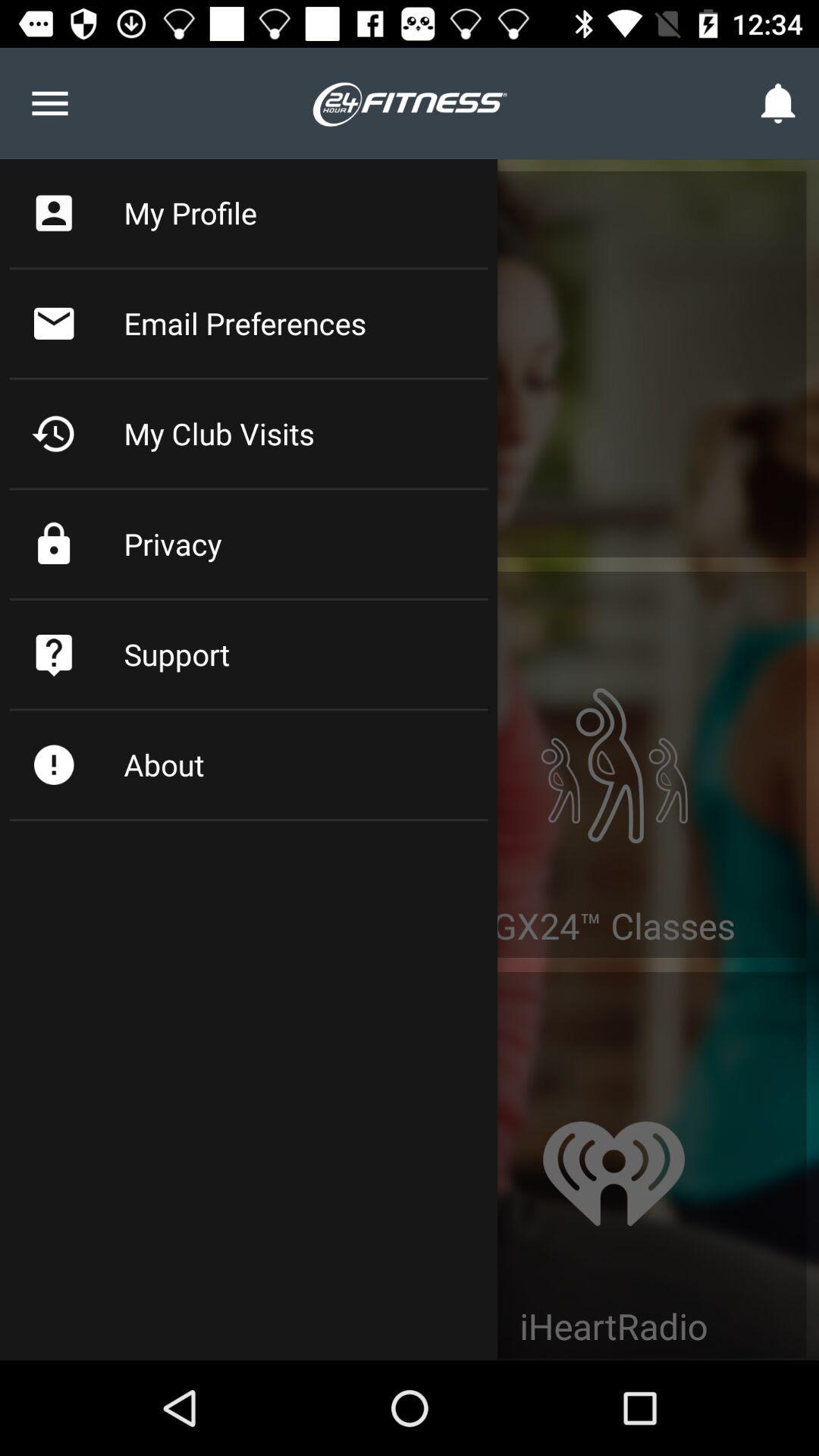  I want to click on the message icon which is just beside the email preferences, so click(53, 322).